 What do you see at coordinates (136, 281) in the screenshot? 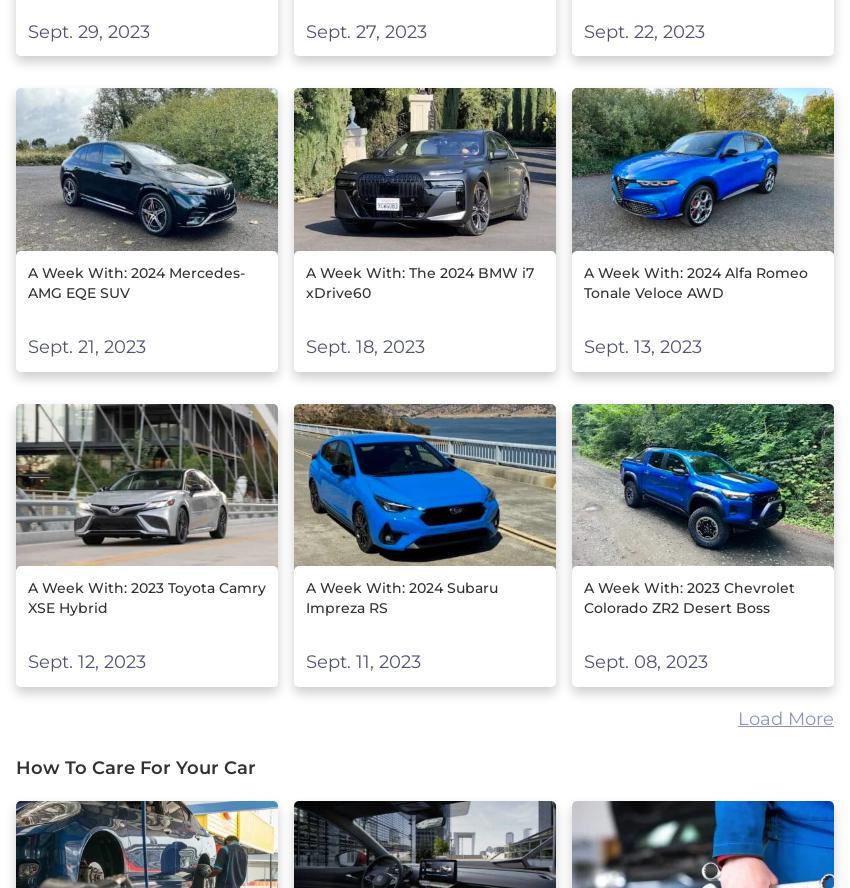
I see `'A Week With: 2024 Mercedes-AMG EQE SUV'` at bounding box center [136, 281].